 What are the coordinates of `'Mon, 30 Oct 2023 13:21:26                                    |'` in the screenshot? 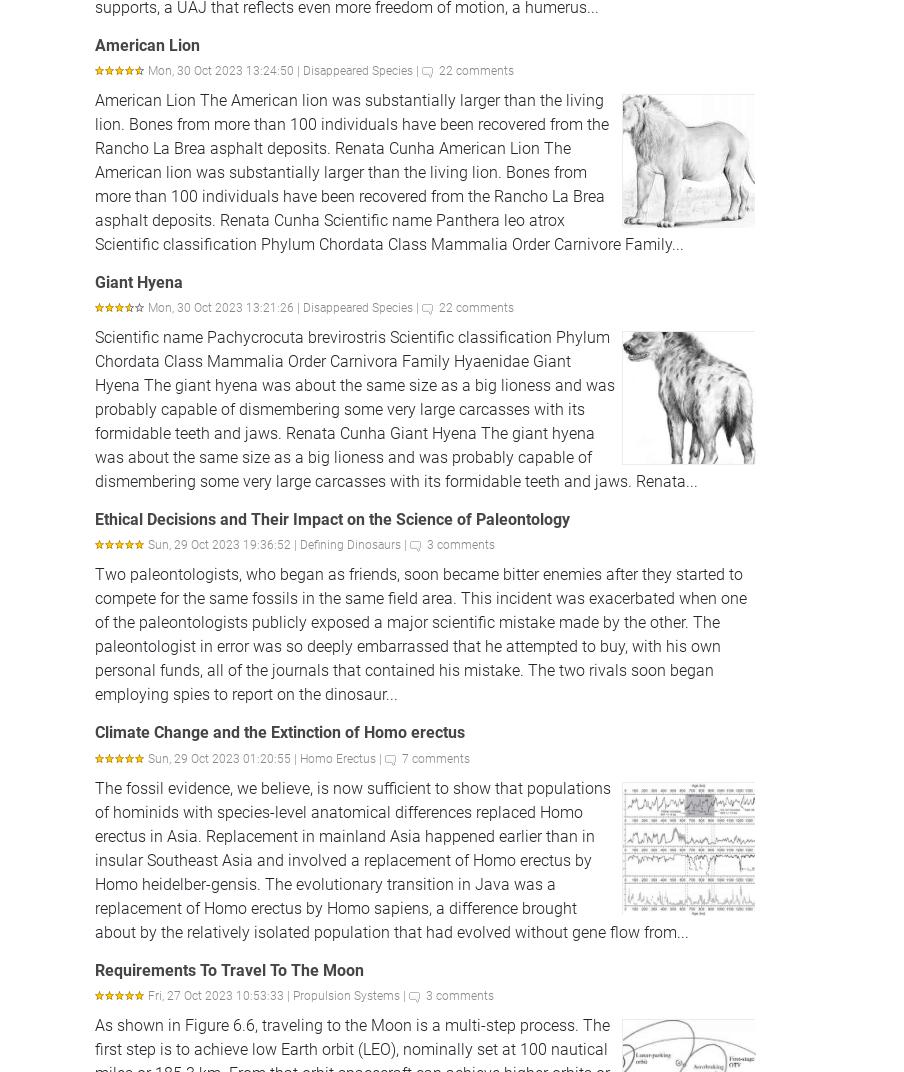 It's located at (225, 306).